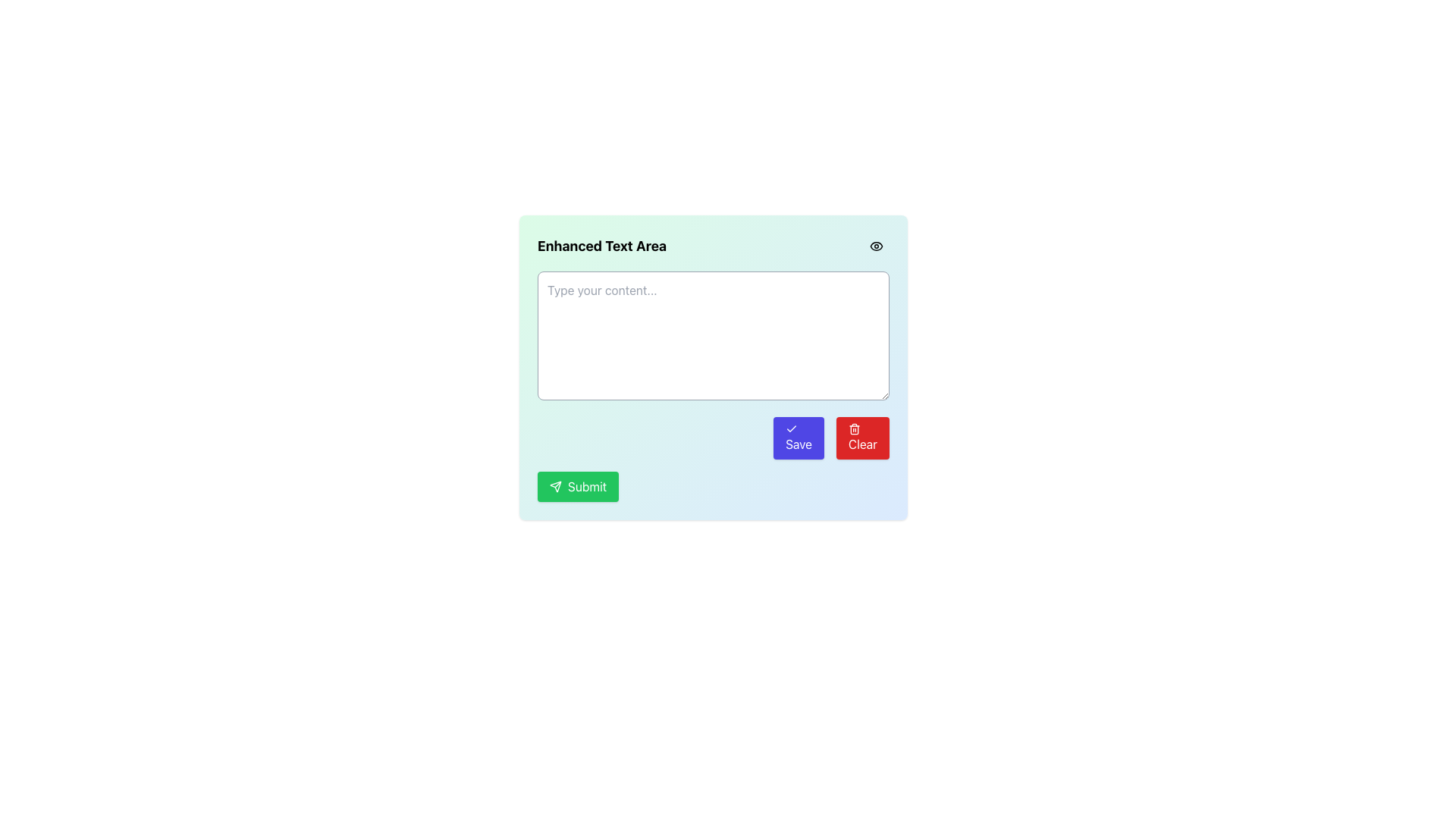 Image resolution: width=1456 pixels, height=819 pixels. What do you see at coordinates (555, 486) in the screenshot?
I see `the submit button which features a triangular icon resembling a paper airplane, located at the bottom-left of the interface panel` at bounding box center [555, 486].